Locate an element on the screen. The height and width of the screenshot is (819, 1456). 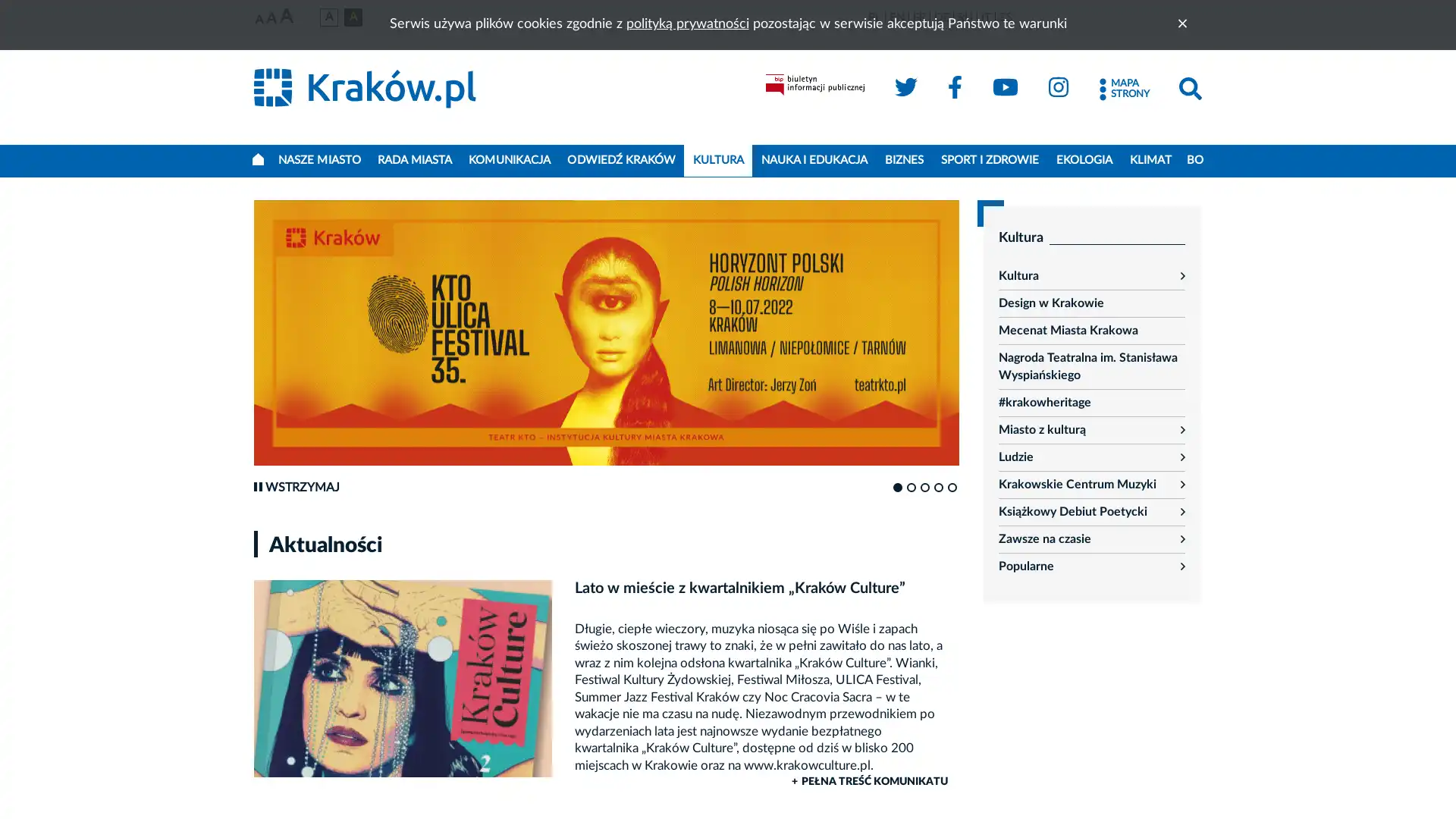
Wersja czarno-zota is located at coordinates (352, 17).